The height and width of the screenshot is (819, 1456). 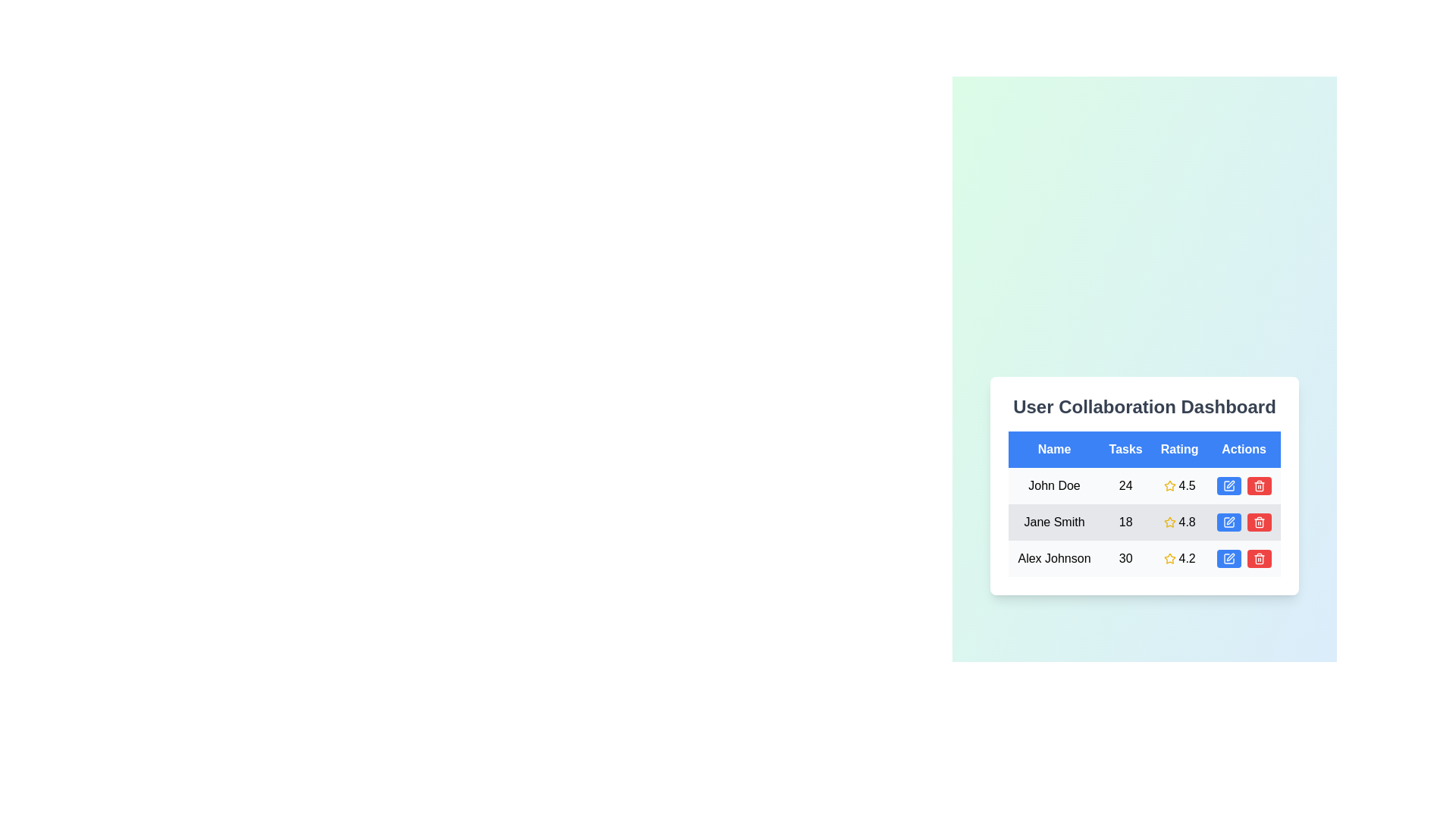 I want to click on the small blue square button with a pen icon in the 'Actions' column of the first row in the User Collaboration Dashboard, so click(x=1228, y=485).